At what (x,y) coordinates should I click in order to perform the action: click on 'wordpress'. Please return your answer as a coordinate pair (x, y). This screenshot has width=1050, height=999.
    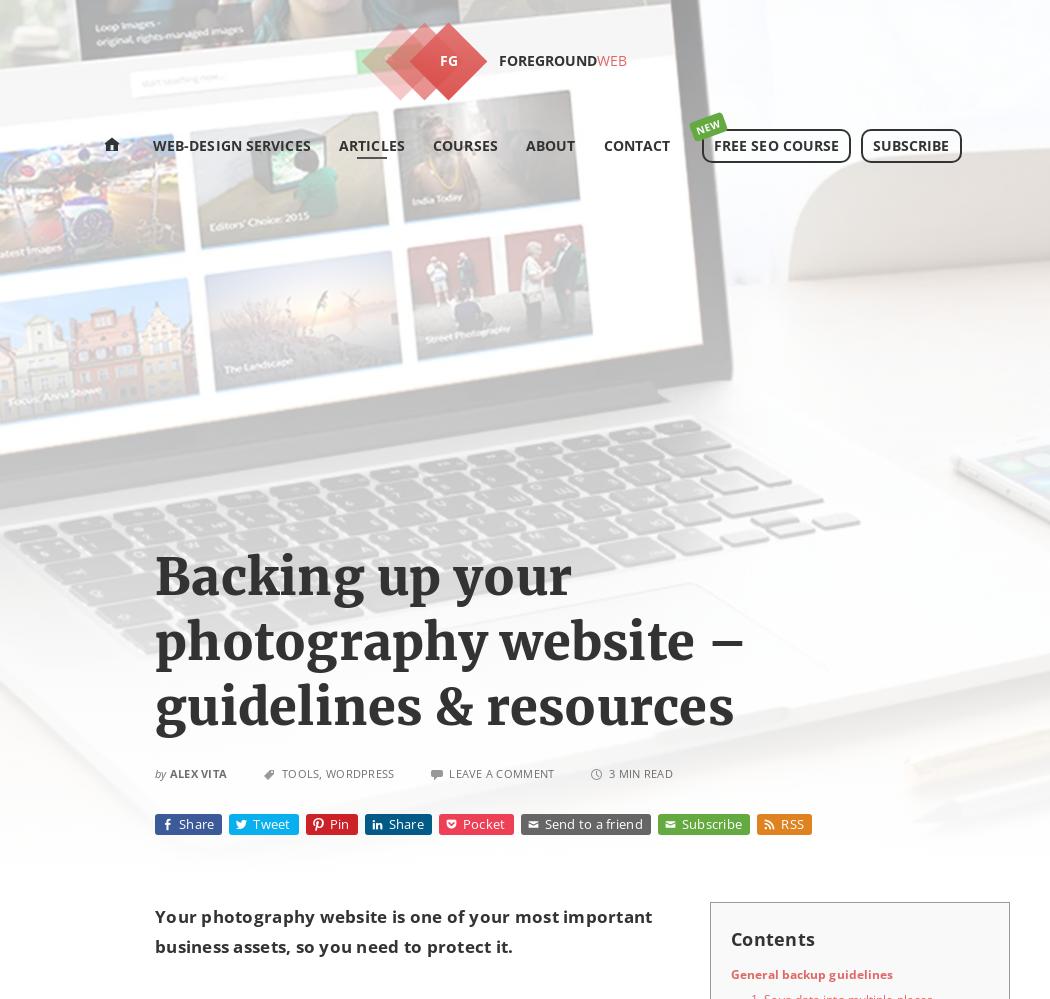
    Looking at the image, I should click on (359, 772).